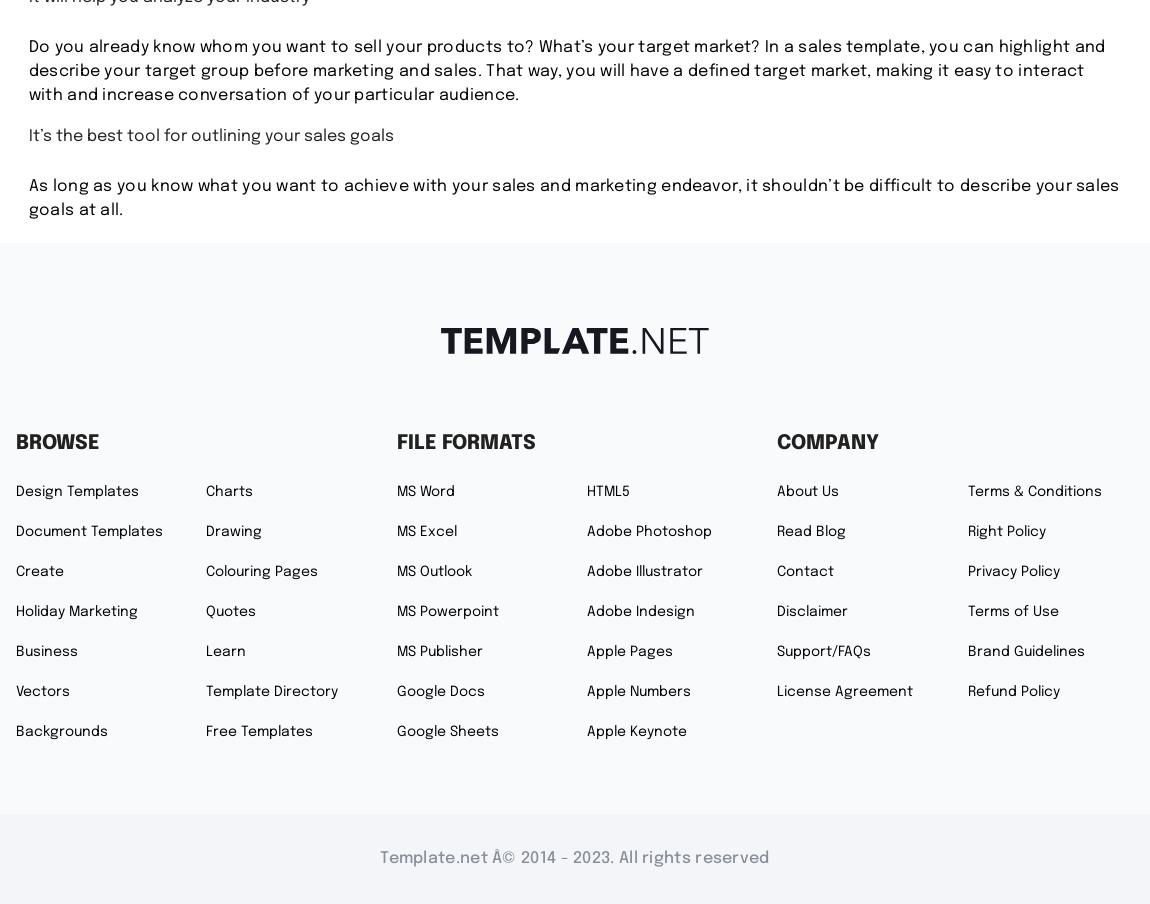 The width and height of the screenshot is (1150, 904). What do you see at coordinates (76, 490) in the screenshot?
I see `'Design Templates'` at bounding box center [76, 490].